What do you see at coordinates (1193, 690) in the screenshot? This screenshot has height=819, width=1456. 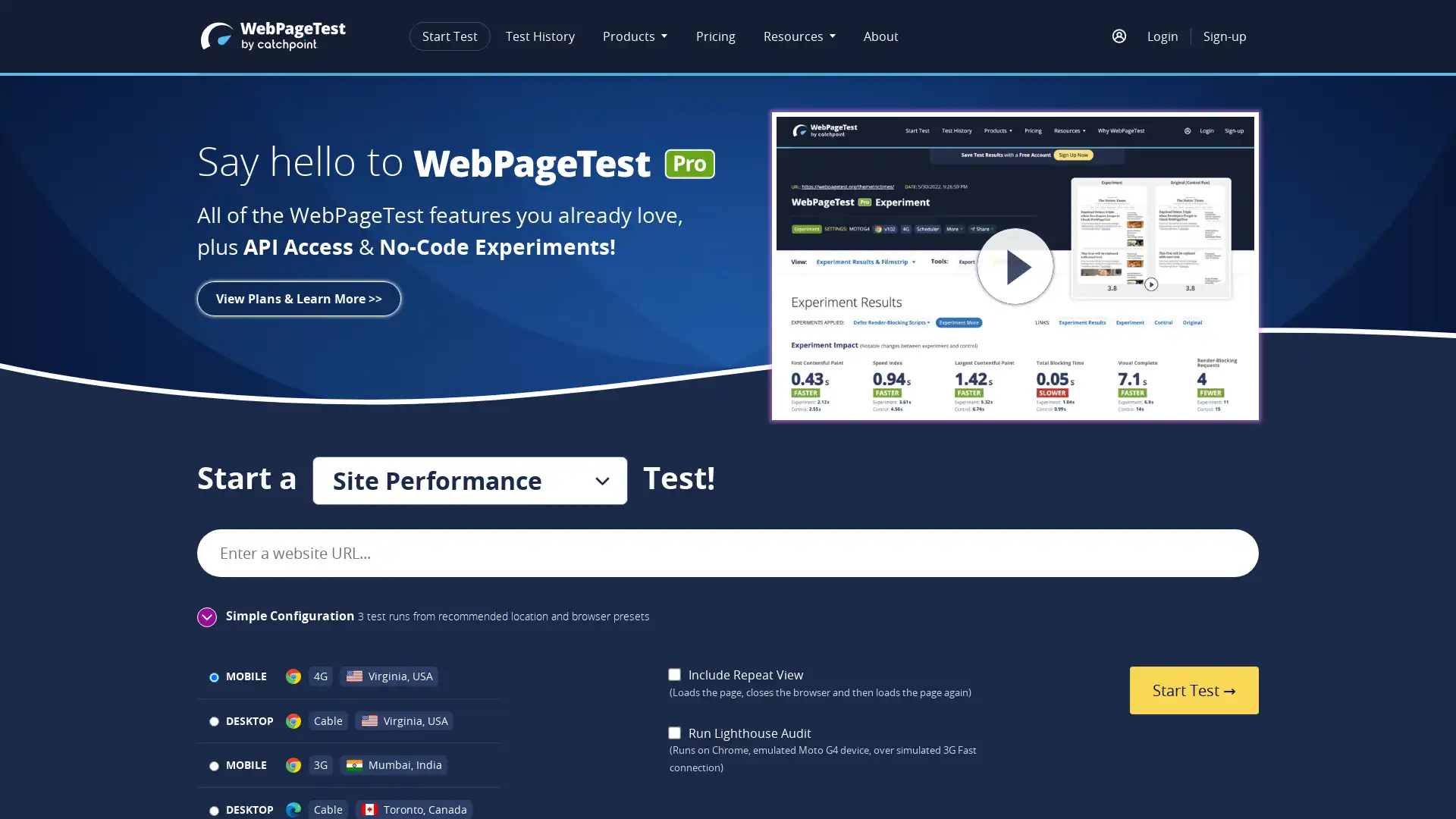 I see `Start Test` at bounding box center [1193, 690].